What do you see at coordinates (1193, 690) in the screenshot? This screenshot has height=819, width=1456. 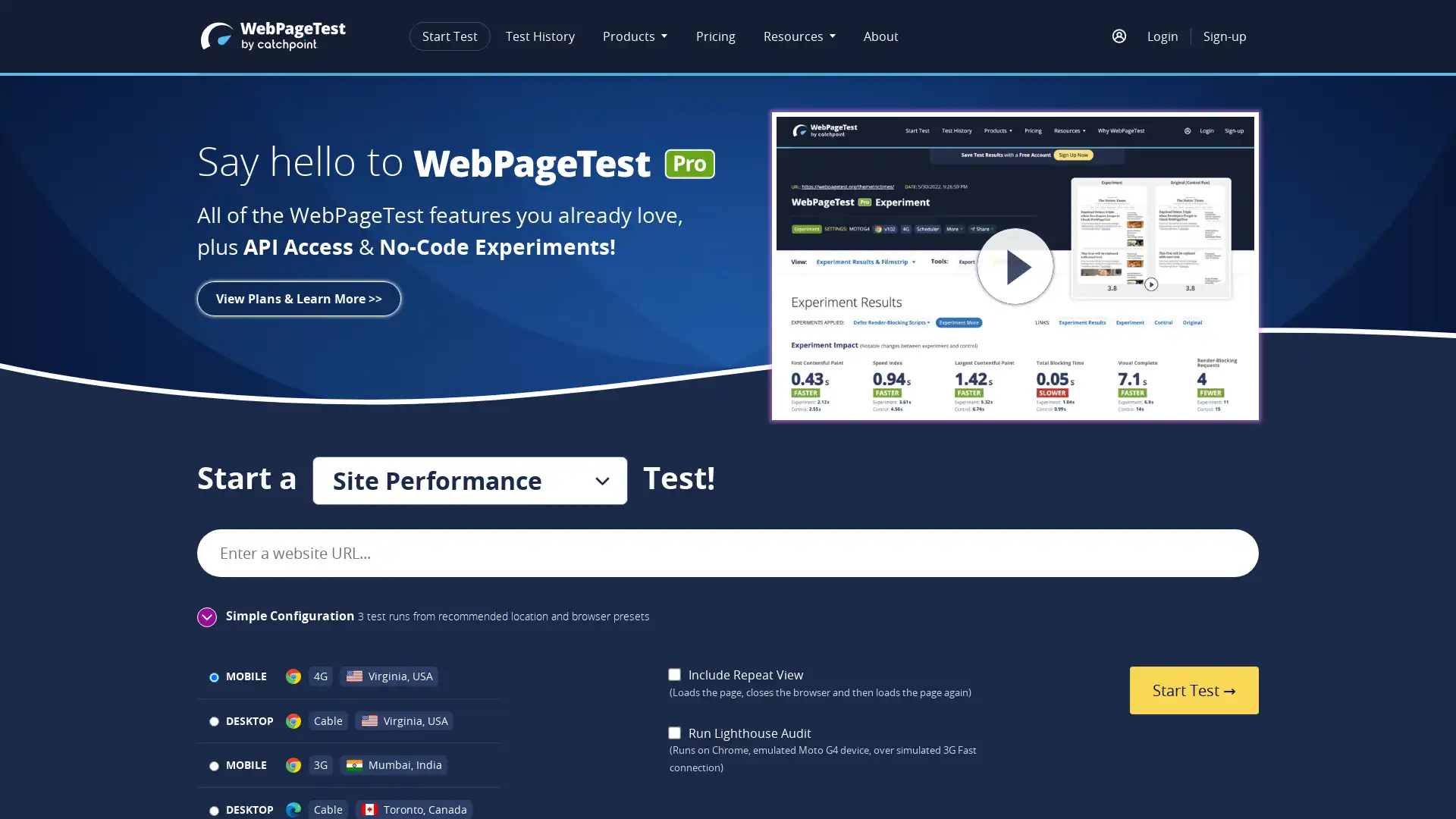 I see `Start Test` at bounding box center [1193, 690].